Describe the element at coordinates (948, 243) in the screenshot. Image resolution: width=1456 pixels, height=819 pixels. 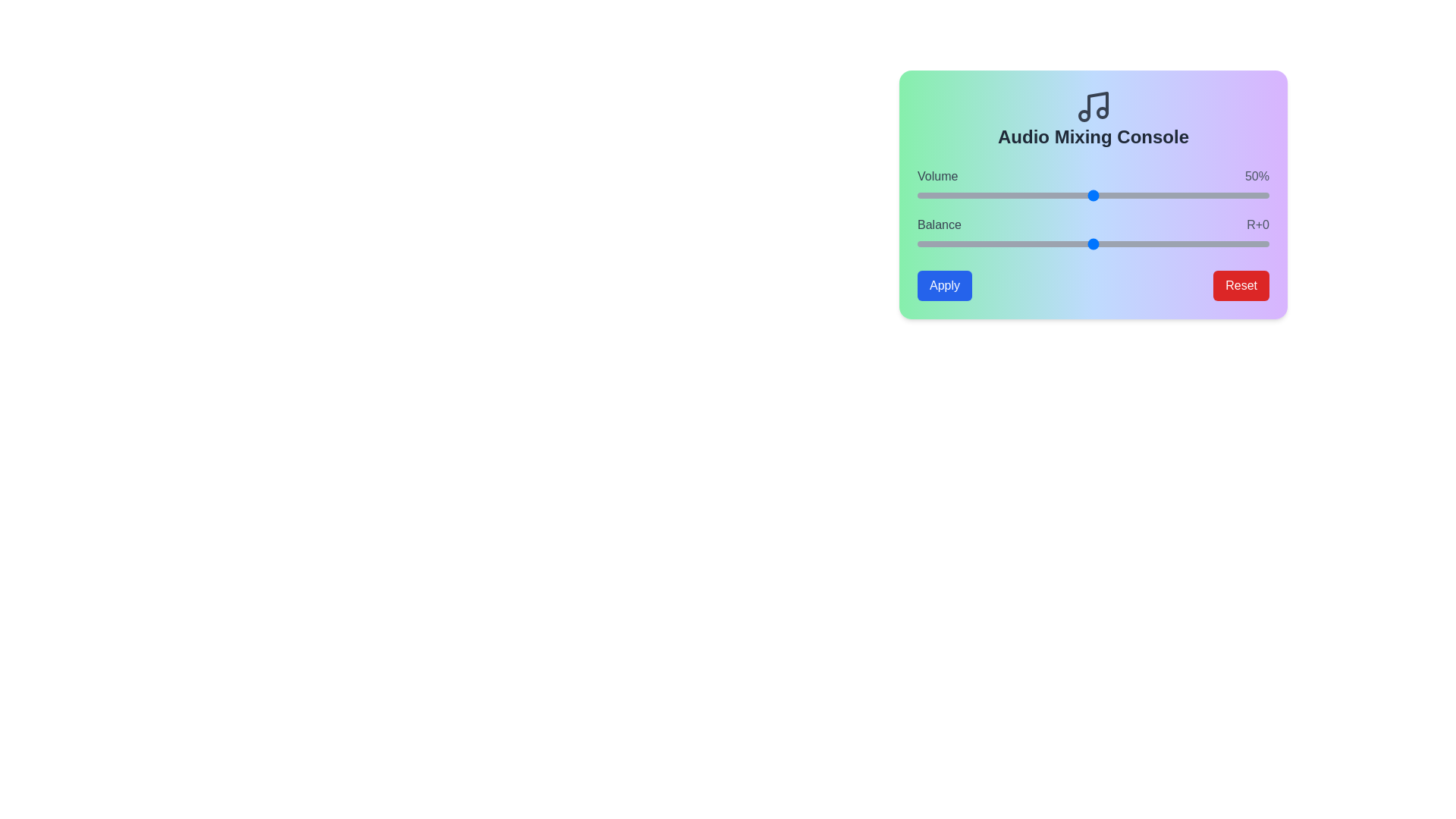
I see `balance` at that location.